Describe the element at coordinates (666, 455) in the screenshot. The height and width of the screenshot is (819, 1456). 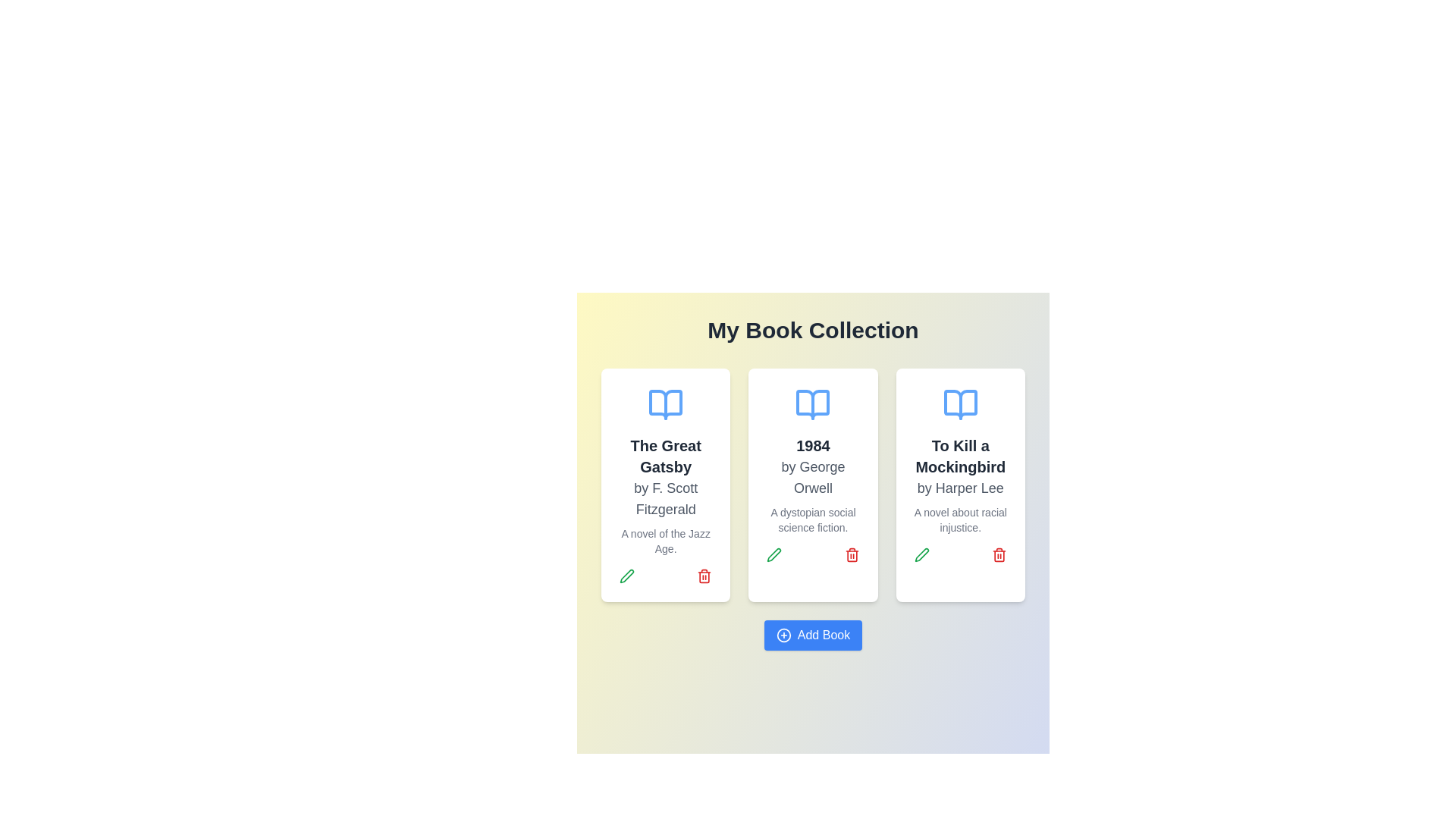
I see `text label that identifies the book 'The Great Gatsby', located in the first card of a grid layout, positioned below an open book icon and above the author text 'by F. Scott Fitzgerald'` at that location.